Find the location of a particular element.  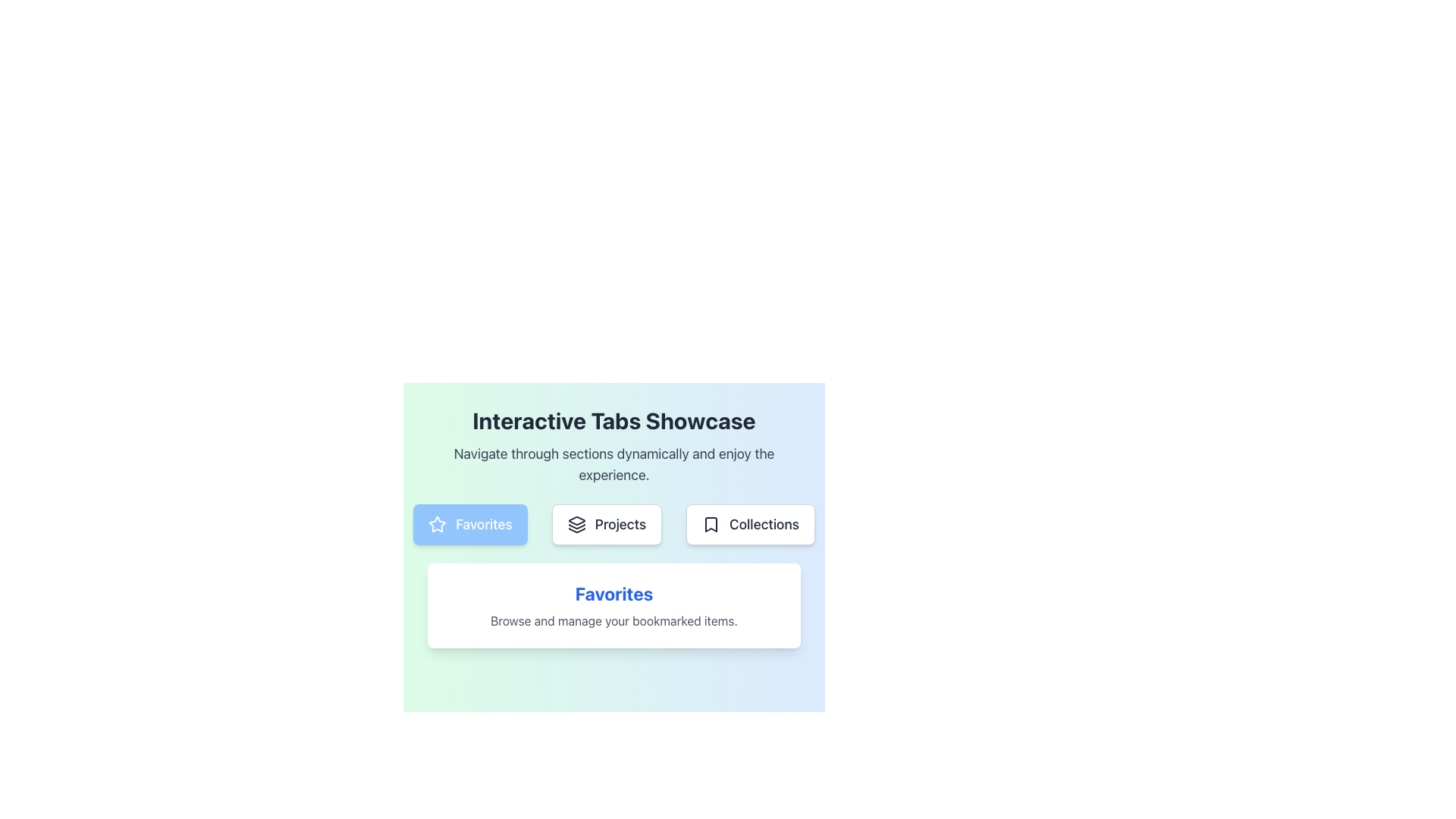

the icon resembling stacked layers located to the left of the 'Projects' button for additional details is located at coordinates (576, 523).